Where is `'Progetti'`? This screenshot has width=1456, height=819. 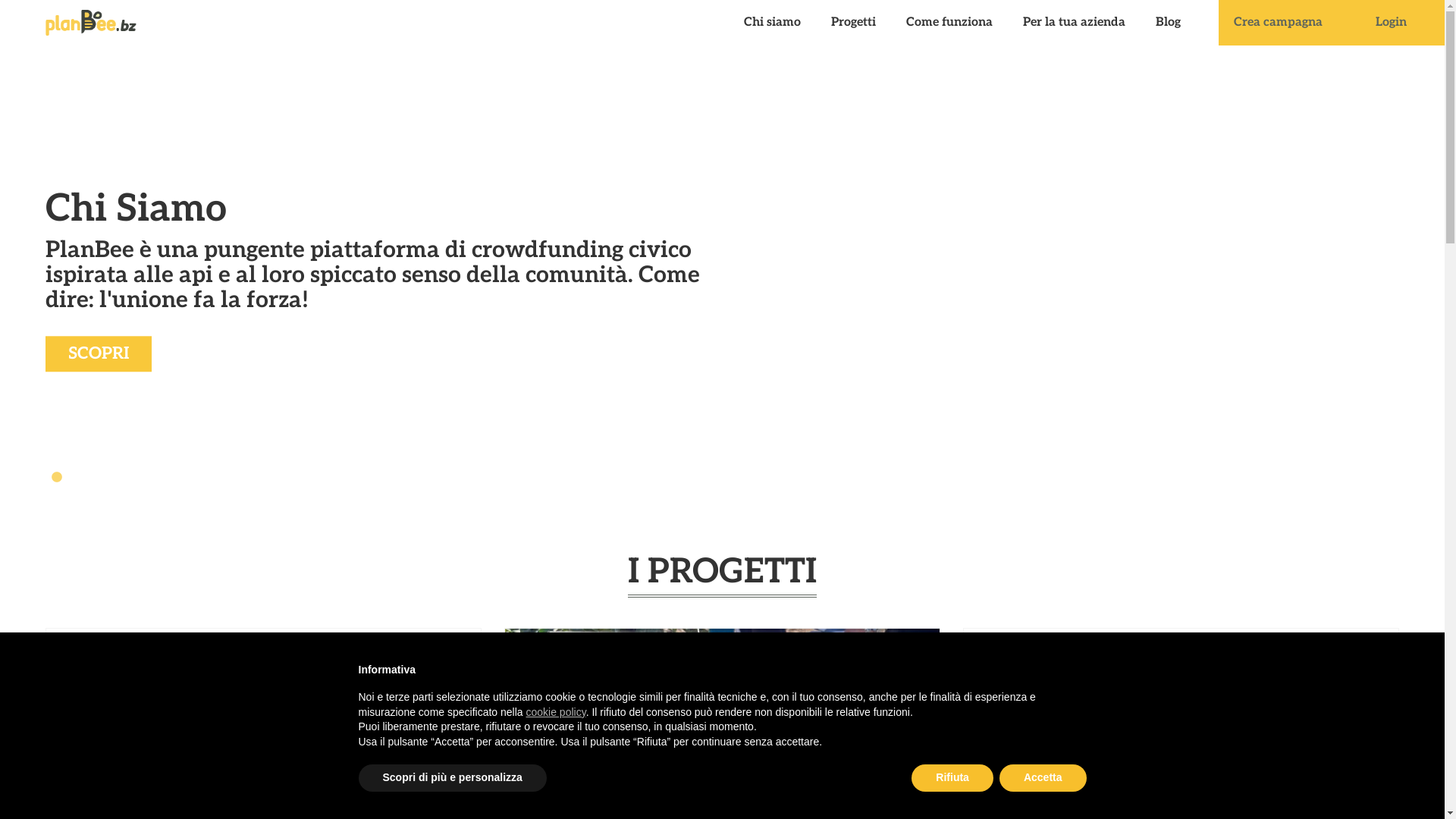
'Progetti' is located at coordinates (853, 23).